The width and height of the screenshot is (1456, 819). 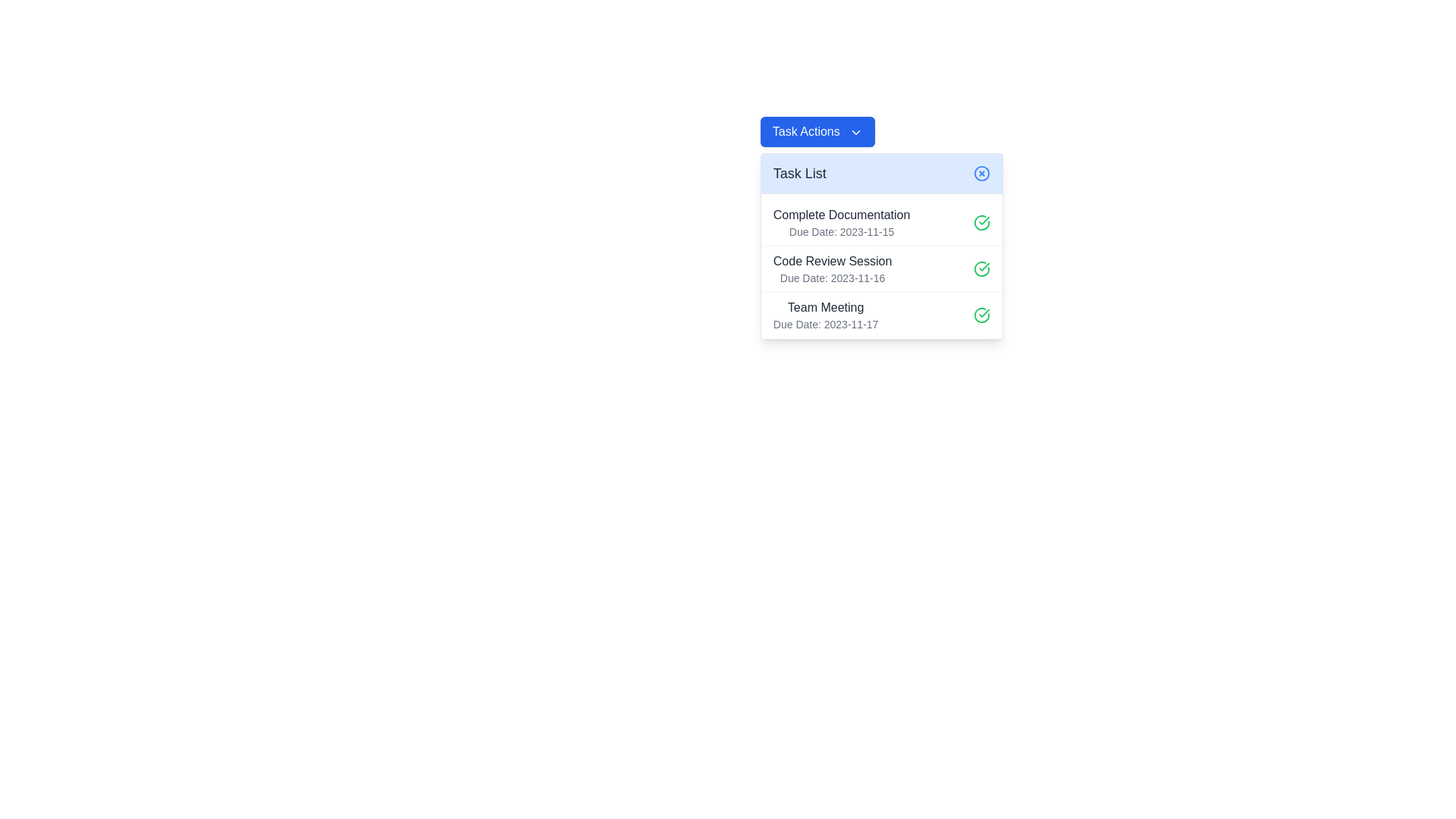 I want to click on the task status icon indicating completion for the 'Complete Documentation' task in the task list, so click(x=984, y=221).